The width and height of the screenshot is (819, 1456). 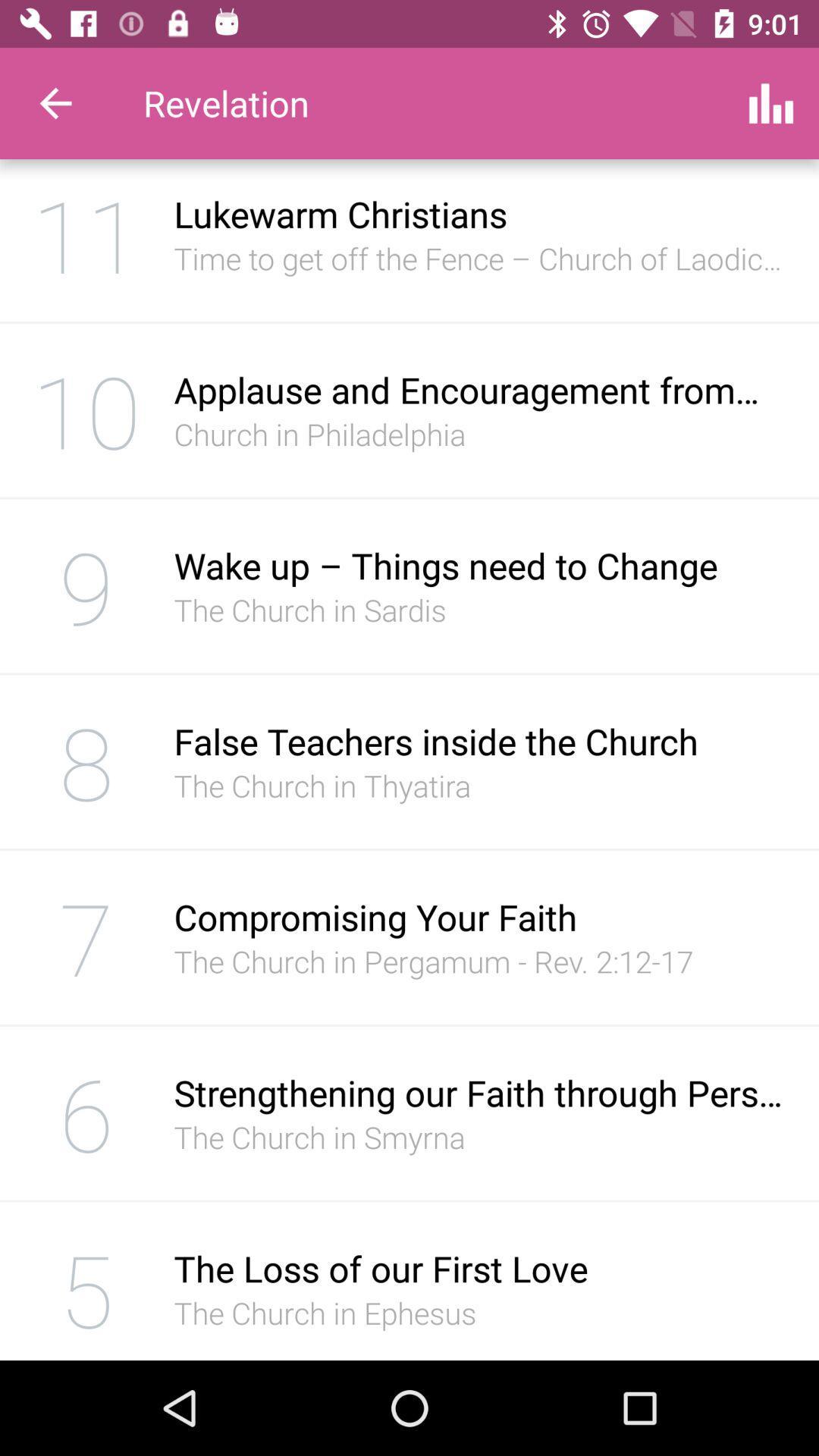 What do you see at coordinates (86, 1113) in the screenshot?
I see `the item to the left of the strengthening our faith item` at bounding box center [86, 1113].